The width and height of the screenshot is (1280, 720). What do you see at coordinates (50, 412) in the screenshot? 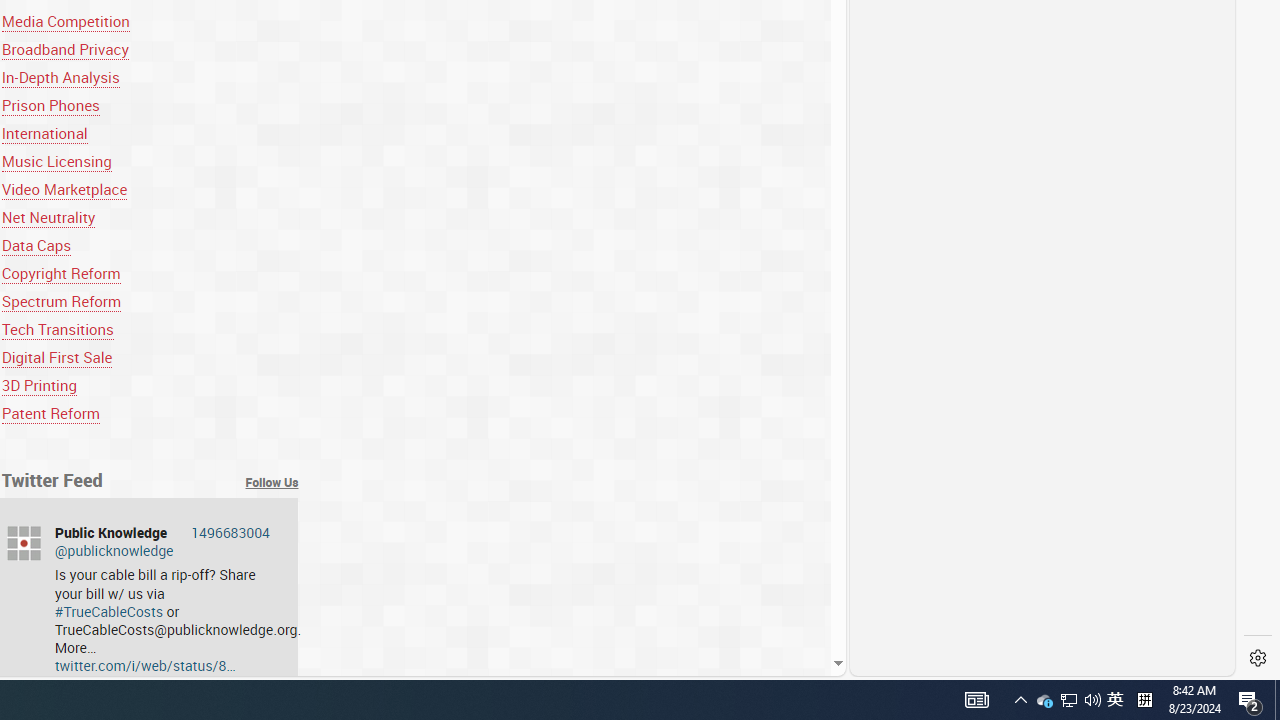
I see `'Patent Reform'` at bounding box center [50, 412].